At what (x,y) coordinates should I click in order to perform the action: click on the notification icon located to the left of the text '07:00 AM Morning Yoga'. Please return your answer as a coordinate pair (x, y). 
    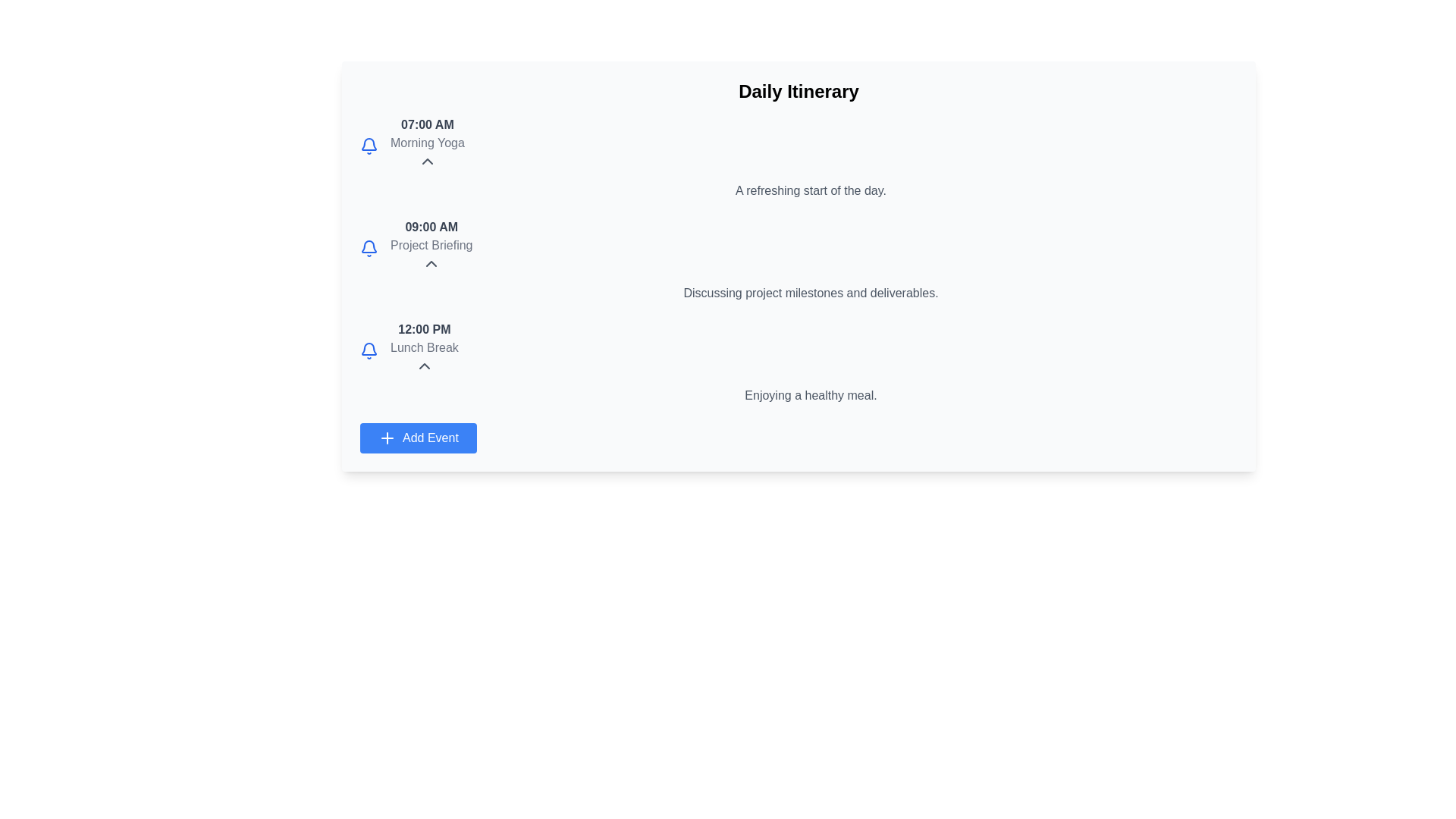
    Looking at the image, I should click on (369, 146).